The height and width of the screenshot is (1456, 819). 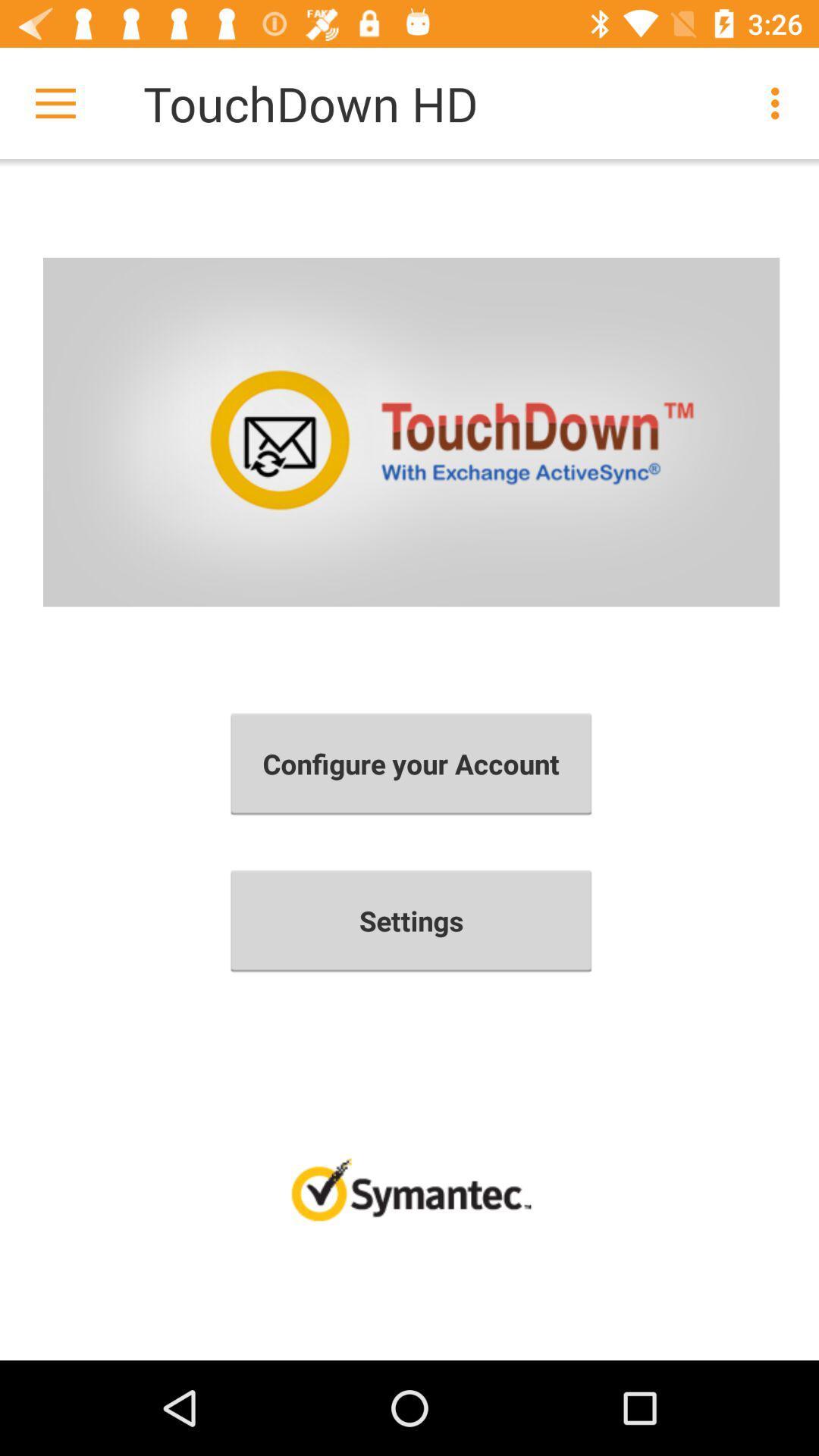 What do you see at coordinates (779, 102) in the screenshot?
I see `item to the right of touchdown hd` at bounding box center [779, 102].